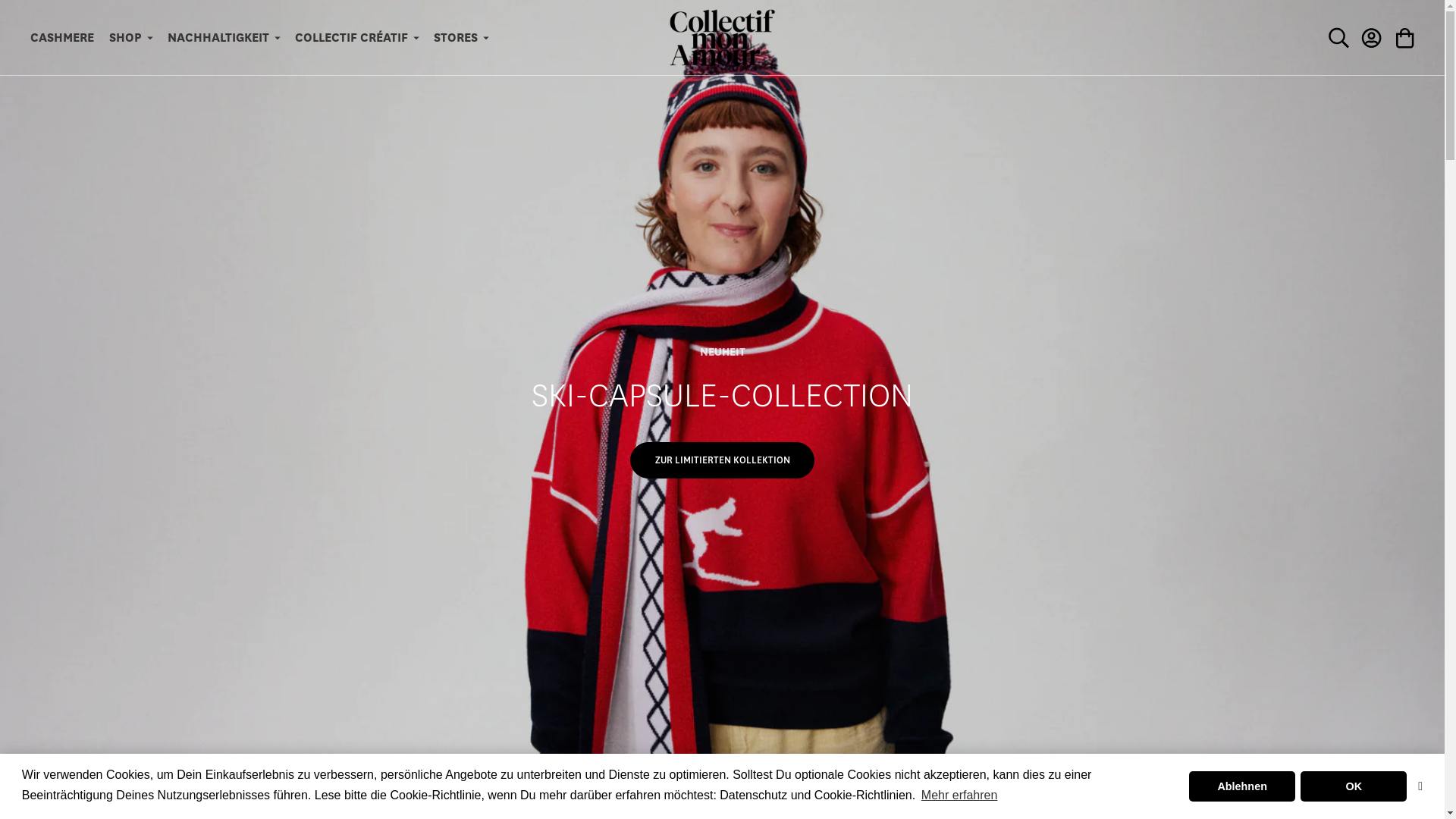 Image resolution: width=1456 pixels, height=819 pixels. I want to click on 'Ablehnen', so click(1241, 786).